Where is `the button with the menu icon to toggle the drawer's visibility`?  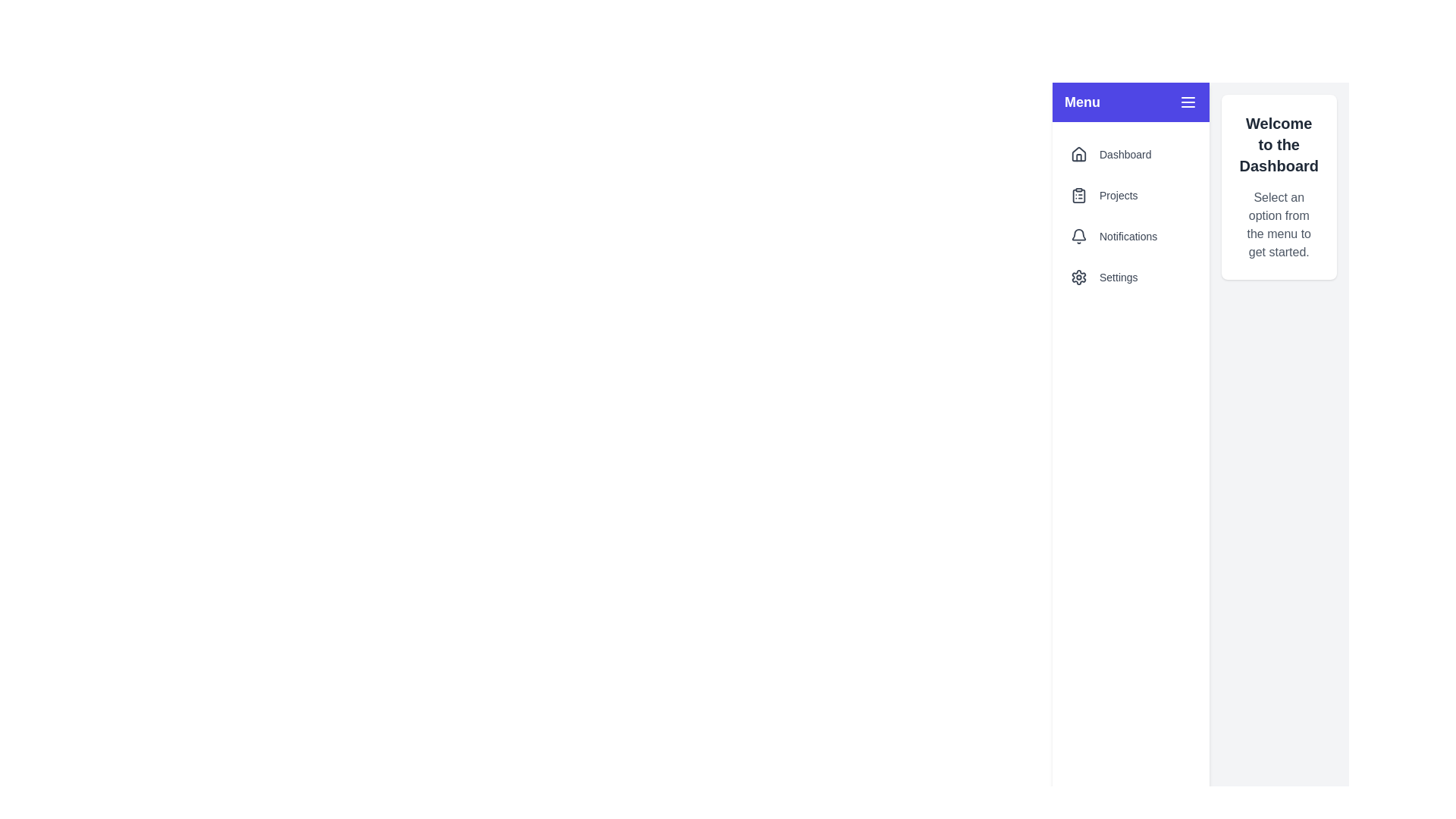
the button with the menu icon to toggle the drawer's visibility is located at coordinates (1187, 102).